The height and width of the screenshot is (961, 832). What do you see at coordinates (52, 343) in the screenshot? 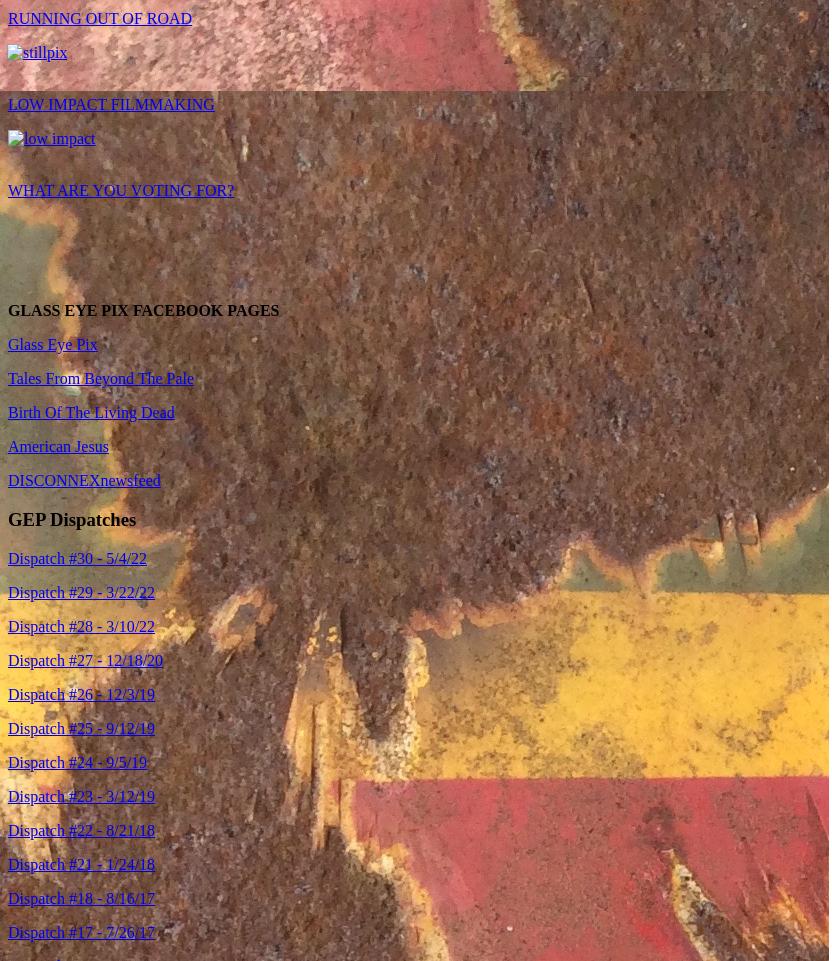
I see `'Glass Eye Pix'` at bounding box center [52, 343].